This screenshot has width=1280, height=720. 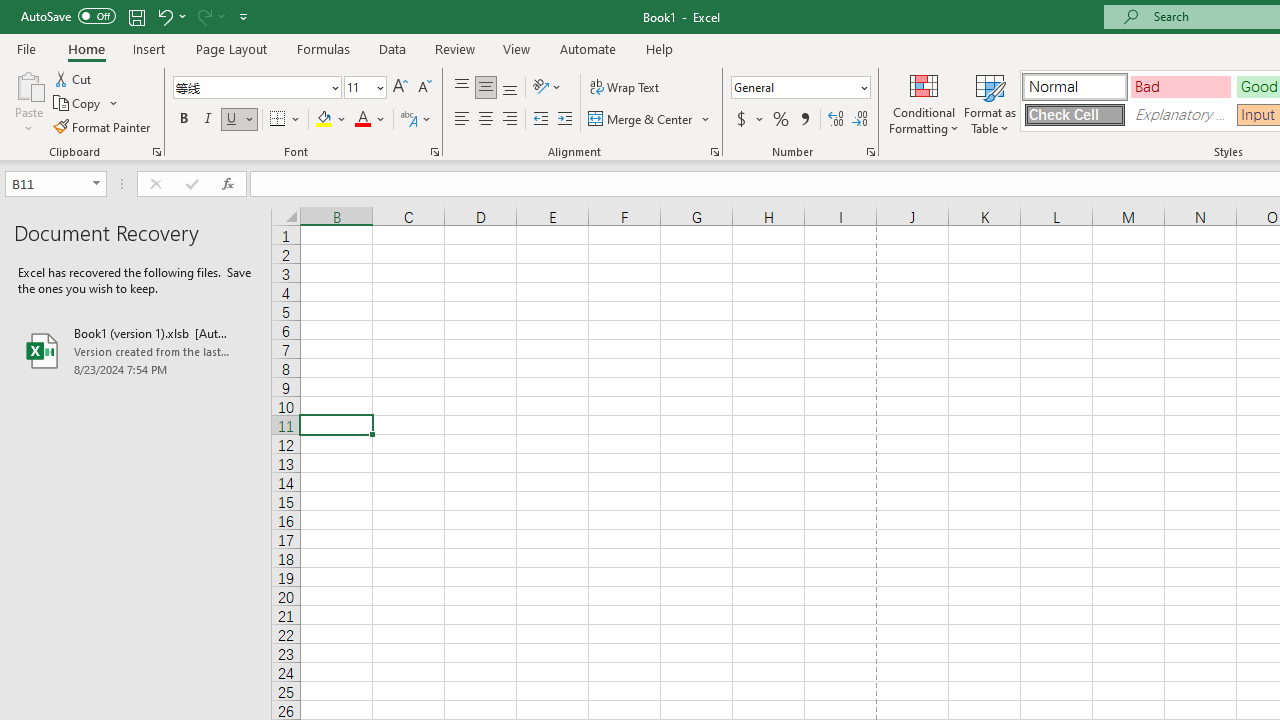 I want to click on 'Save', so click(x=135, y=16).